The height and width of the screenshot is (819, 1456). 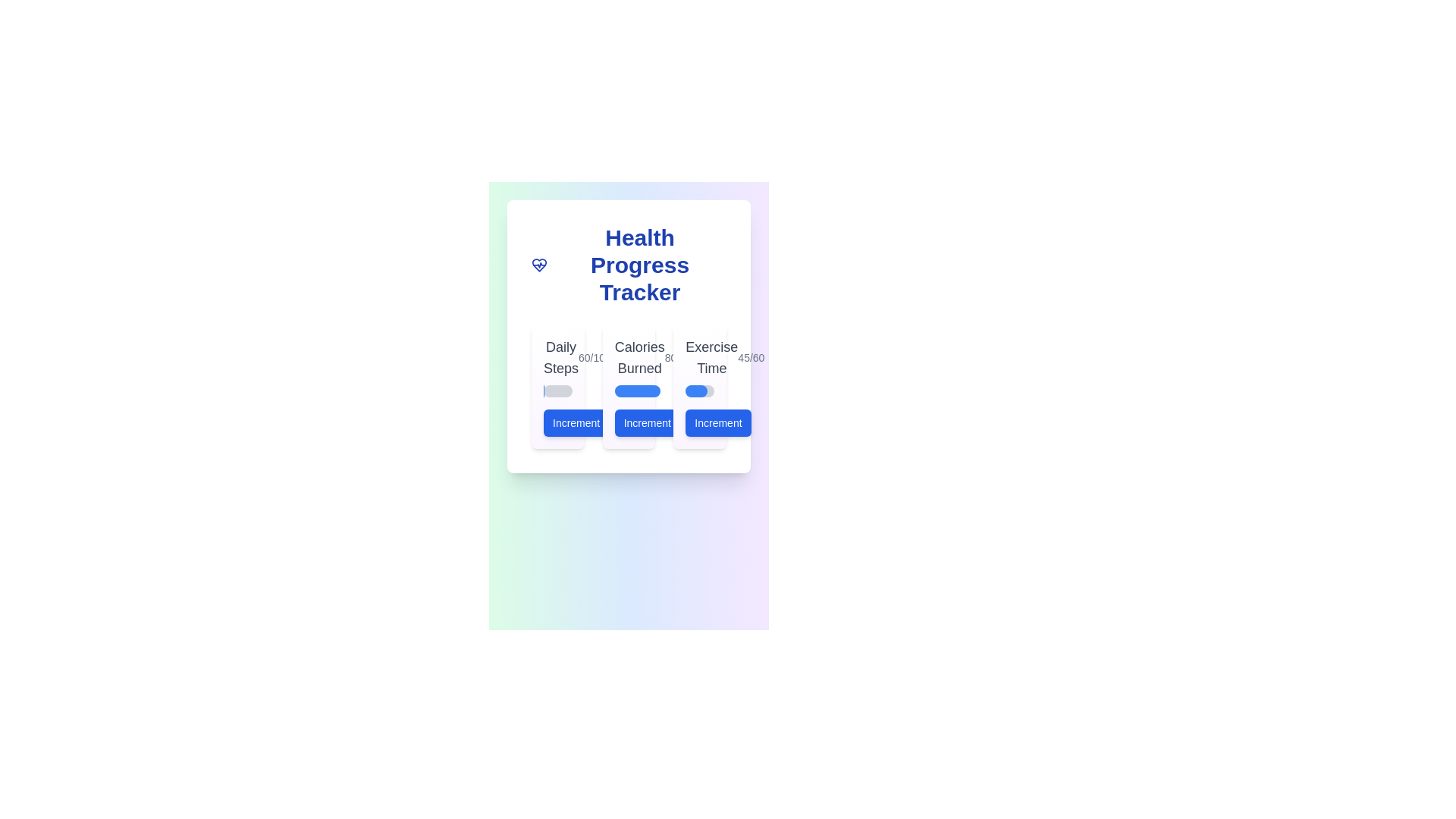 I want to click on the SVG Circle Element representing the 'Calories Burned' section in the fitness metrics interface, so click(x=618, y=423).